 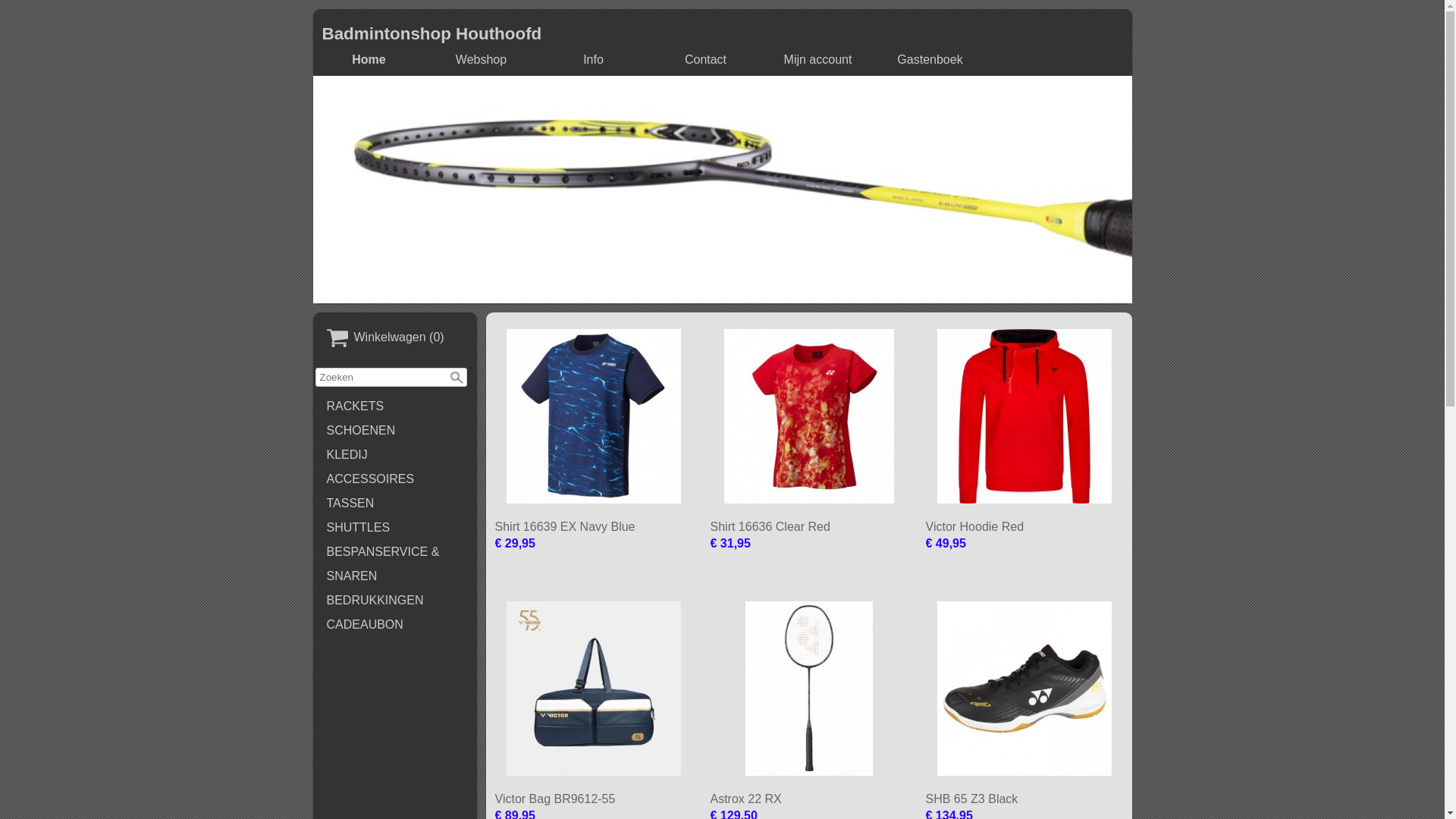 What do you see at coordinates (395, 526) in the screenshot?
I see `'SHUTTLES'` at bounding box center [395, 526].